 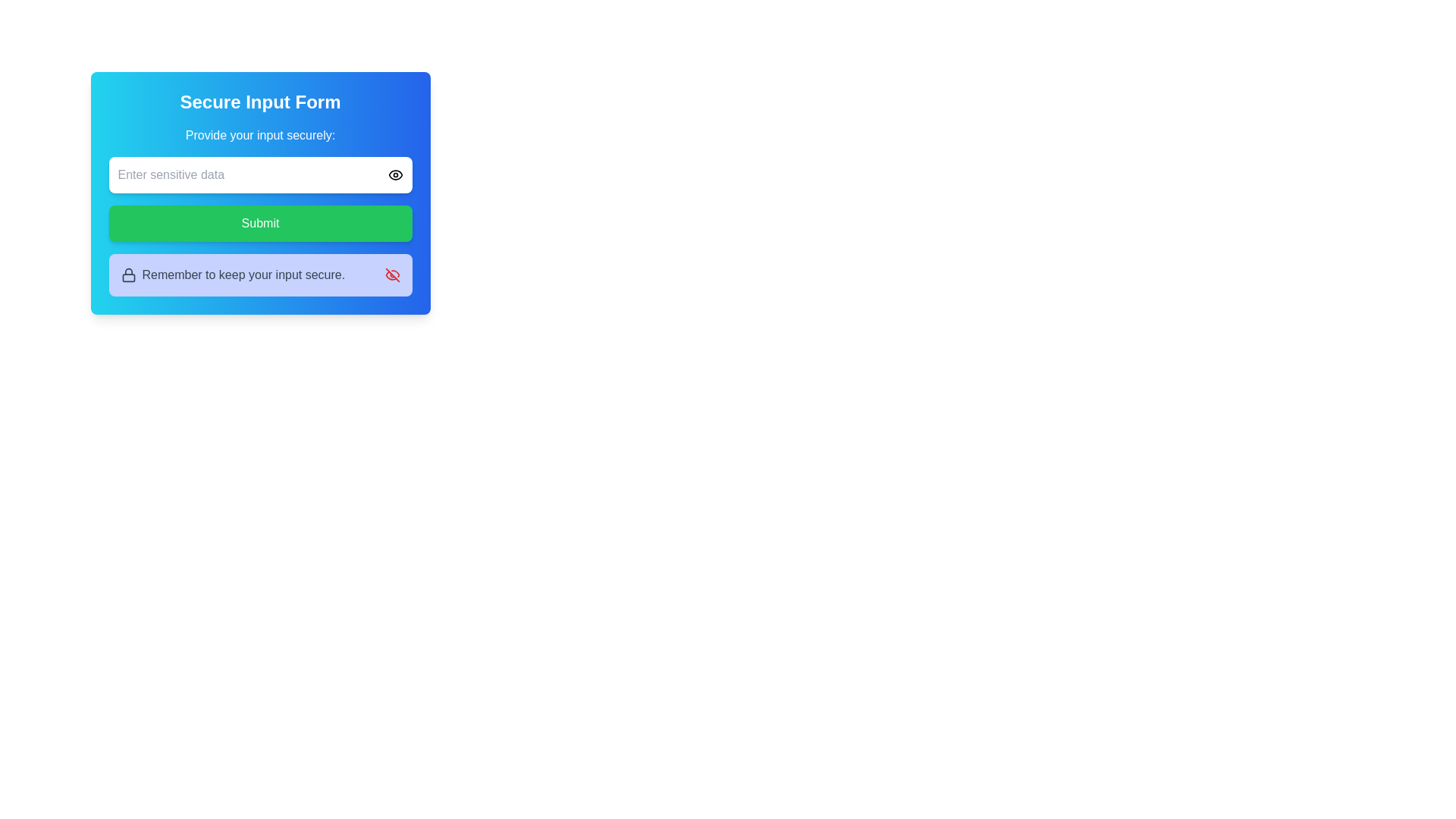 I want to click on the small eye icon button located at the far right of the text input field, so click(x=395, y=174).